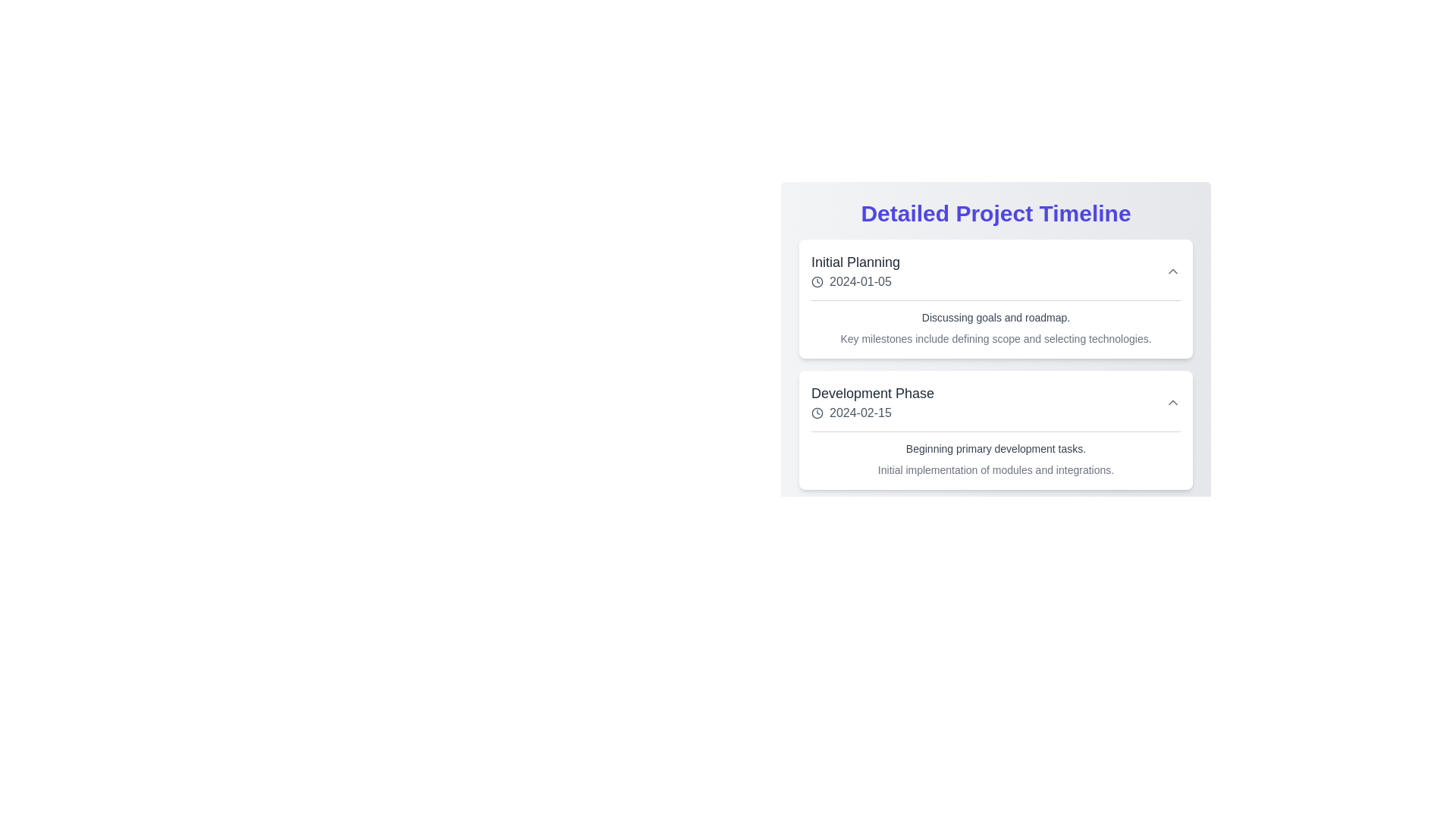 This screenshot has height=819, width=1456. What do you see at coordinates (817, 413) in the screenshot?
I see `the SVG graphic icon located in the 'Development Phase' section of the 'Detailed Project Timeline', which visually indicates that the adjacent text represents a date or time` at bounding box center [817, 413].